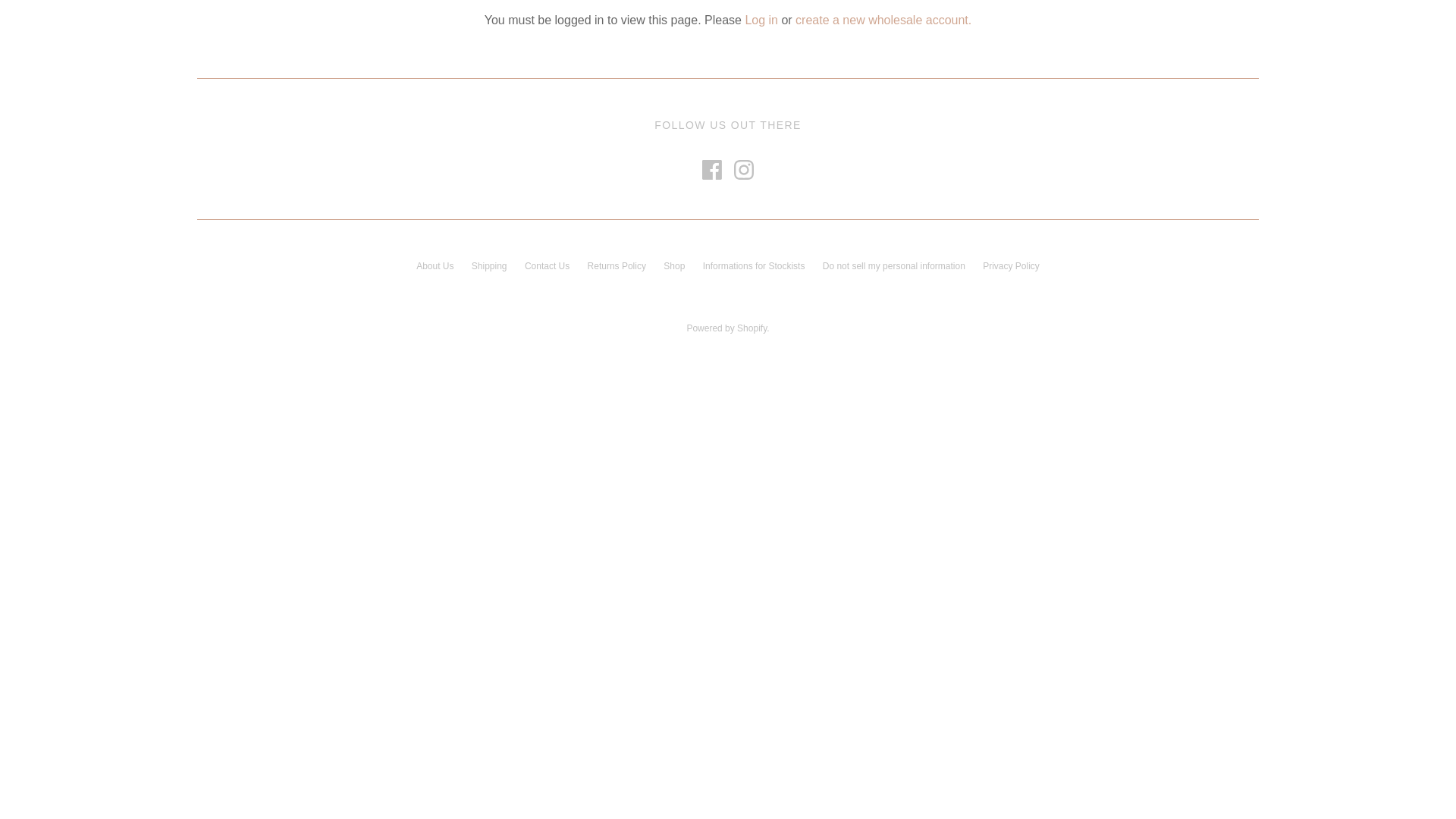  What do you see at coordinates (524, 265) in the screenshot?
I see `'Contact Us'` at bounding box center [524, 265].